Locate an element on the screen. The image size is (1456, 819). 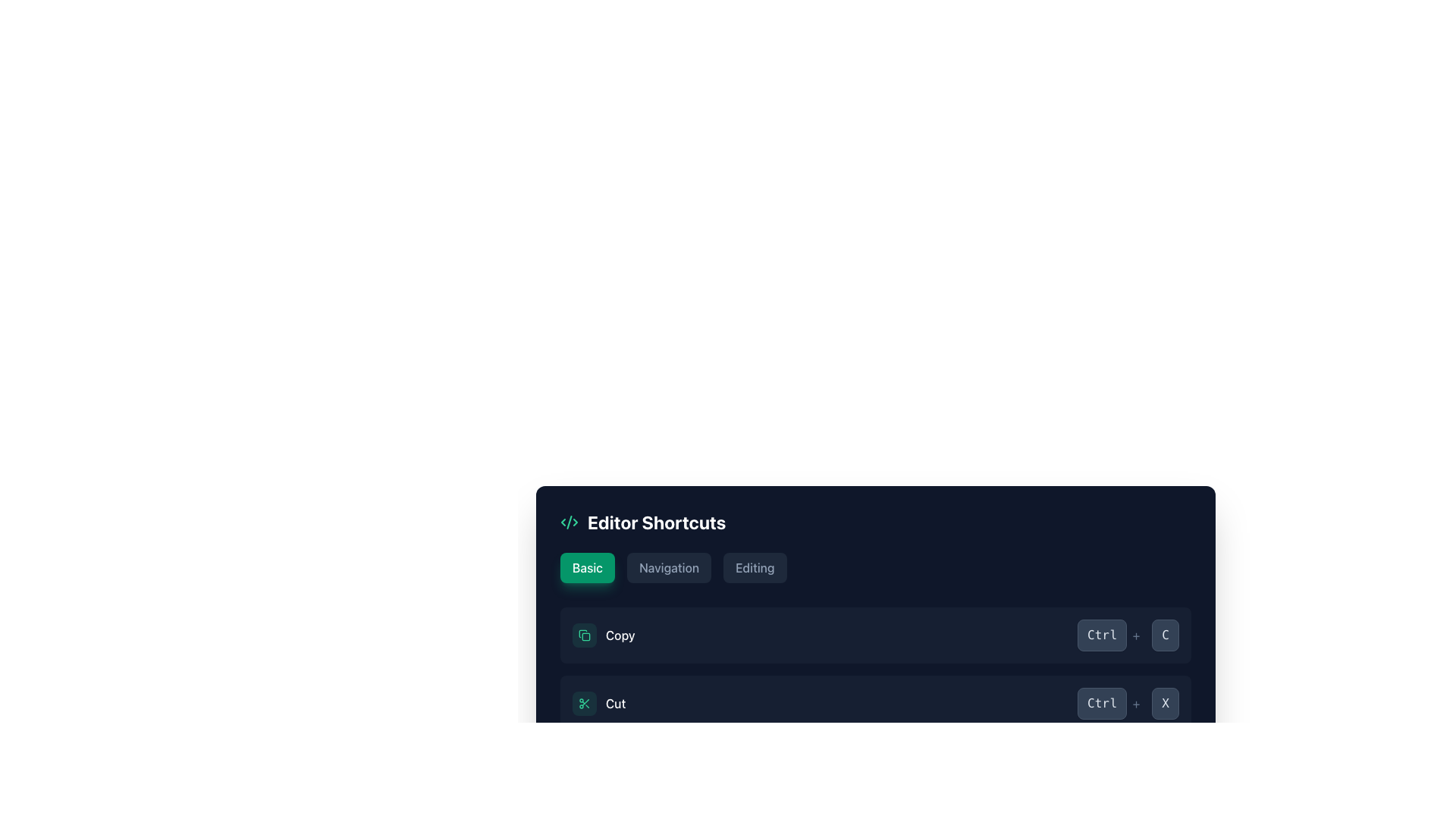
the 'Basic' button, which is the leftmost button in a row of three, featuring white capitalized text on a green background, located below the 'Editor Shortcuts' heading is located at coordinates (587, 567).